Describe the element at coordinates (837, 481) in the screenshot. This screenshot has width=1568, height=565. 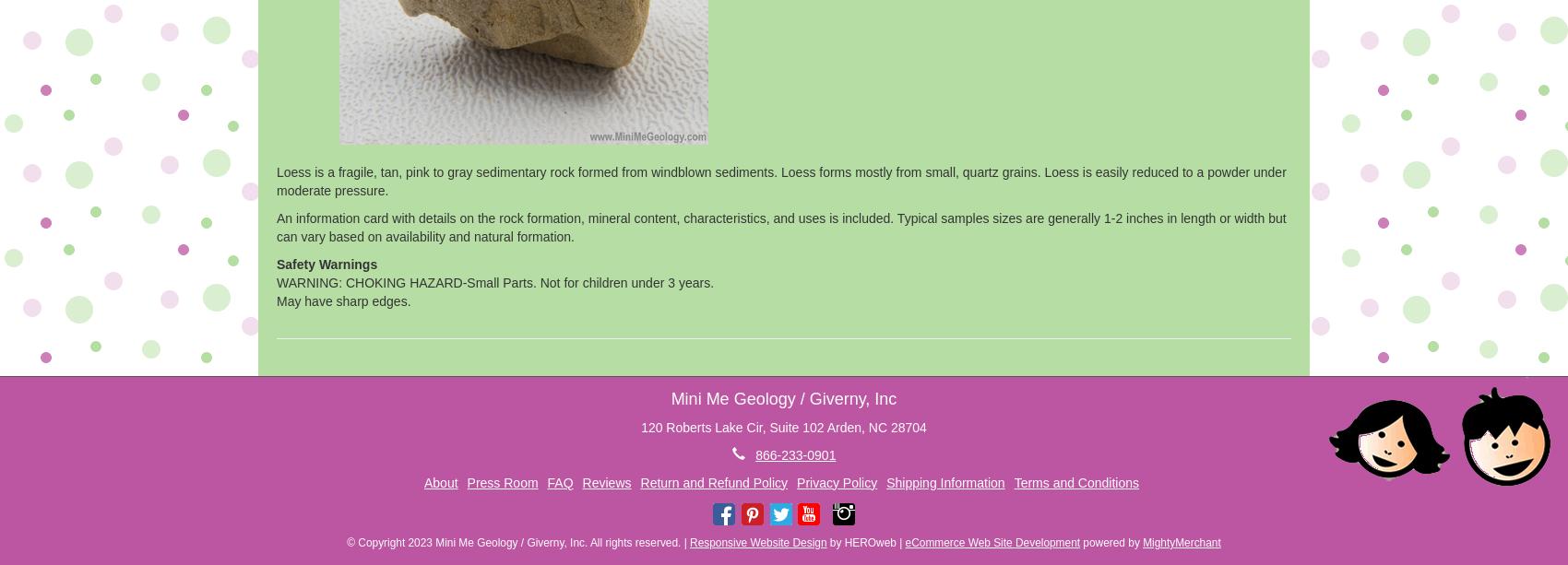
I see `'Privacy Policy'` at that location.